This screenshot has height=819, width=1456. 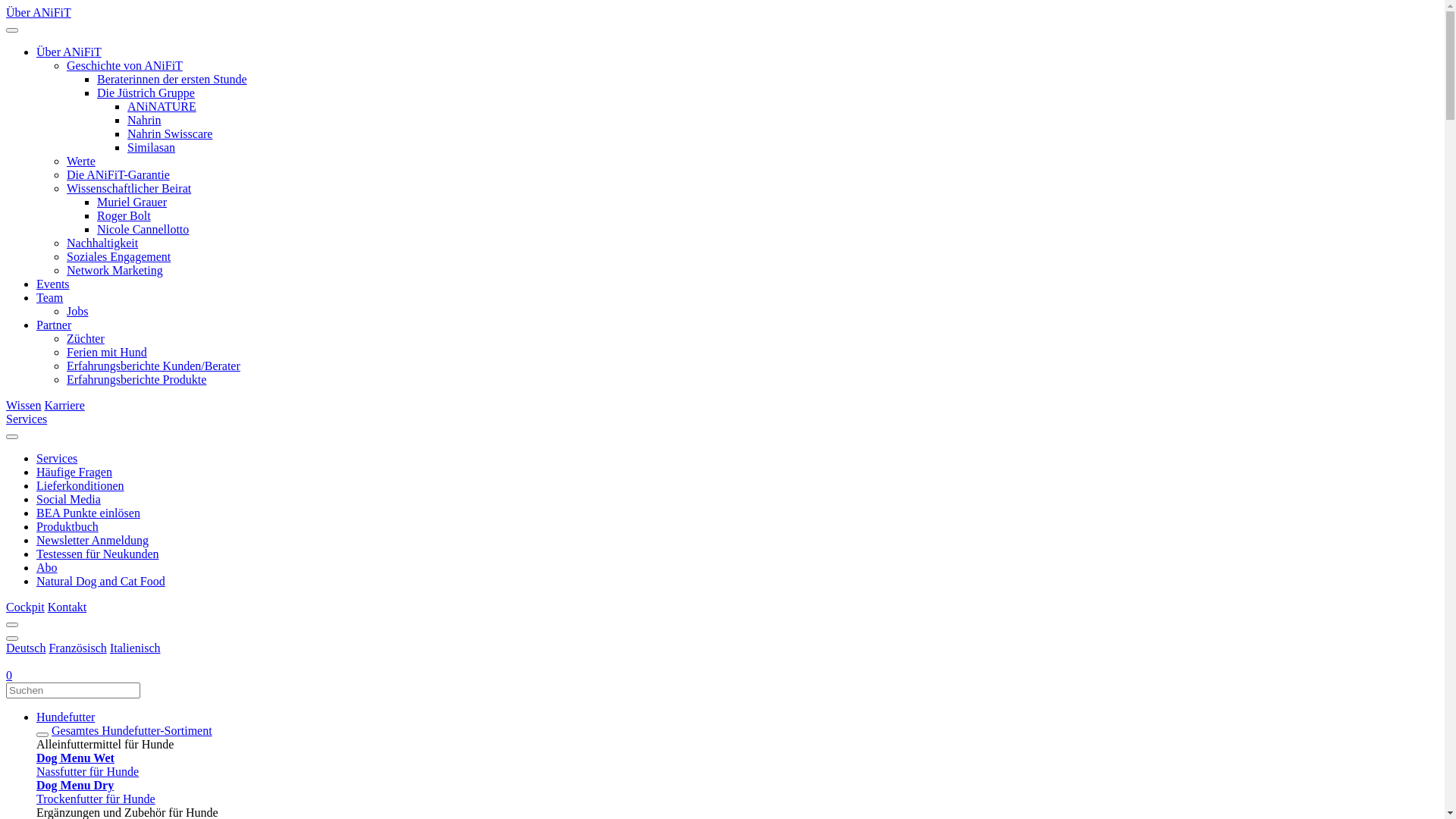 What do you see at coordinates (101, 242) in the screenshot?
I see `'Nachhaltigkeit'` at bounding box center [101, 242].